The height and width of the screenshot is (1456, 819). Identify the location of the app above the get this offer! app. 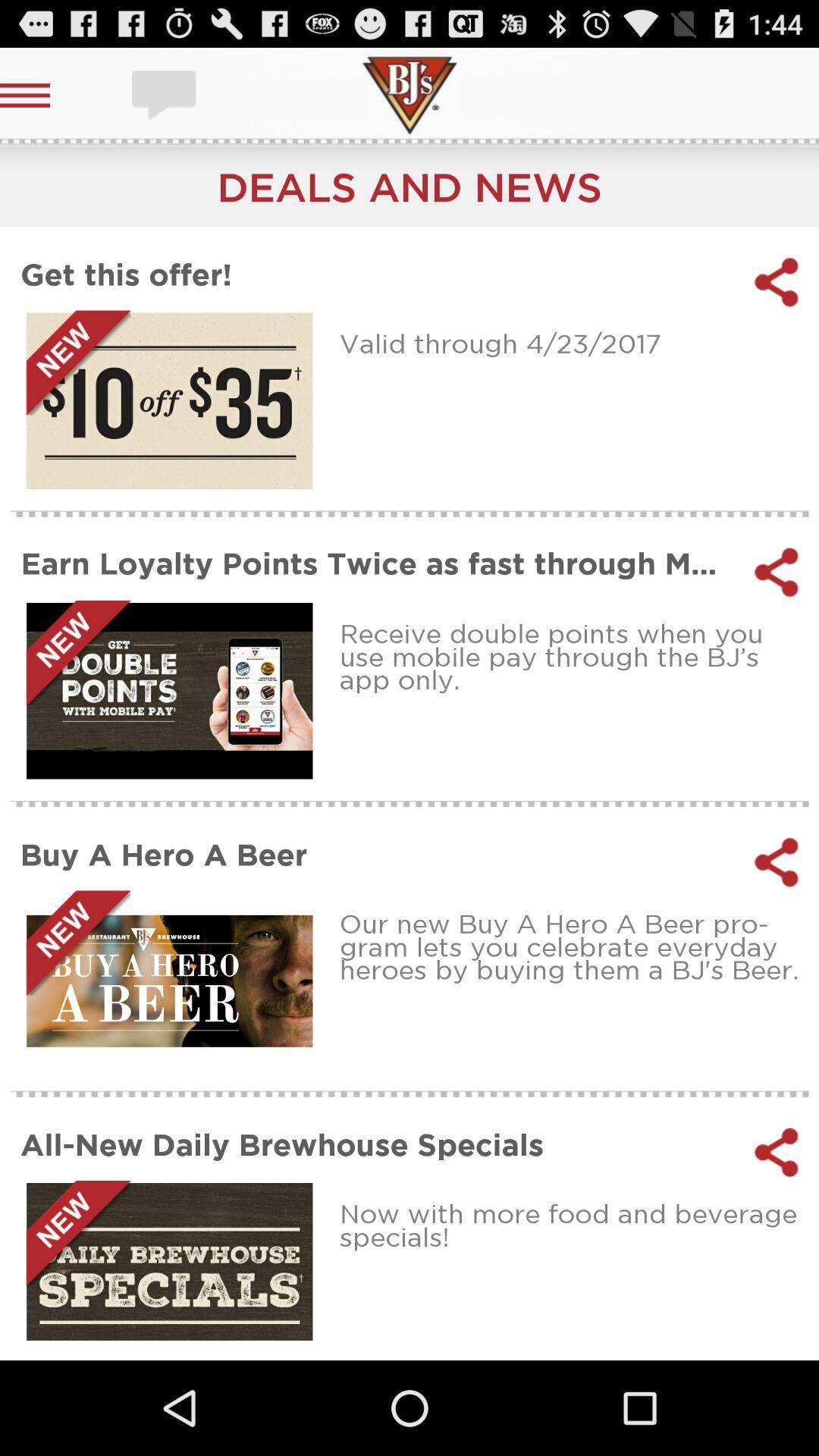
(409, 186).